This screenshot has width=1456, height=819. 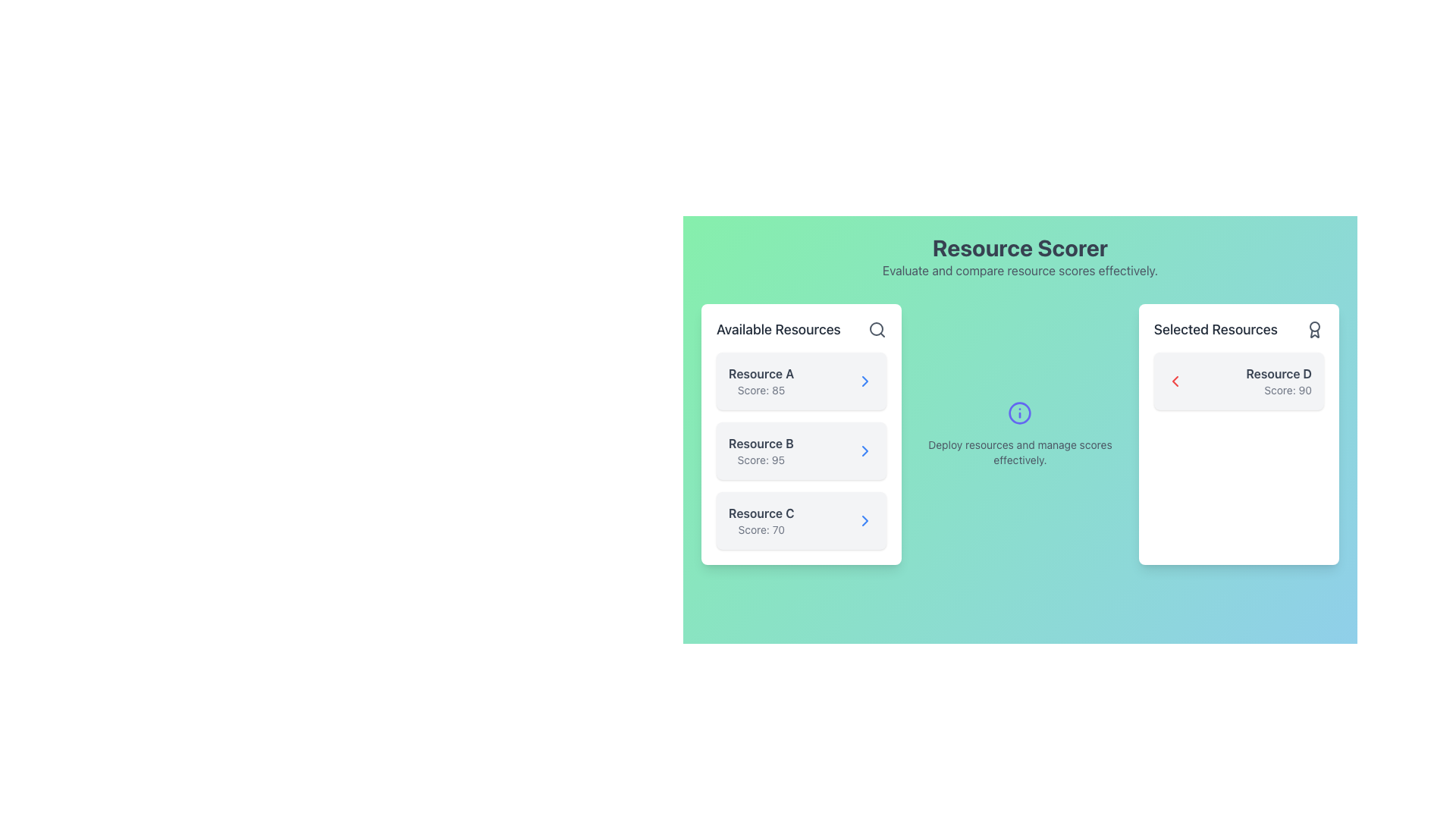 I want to click on score value displayed in the Text Label showing '70' for the resource labeled 'Resource C' in the 'Available Resources' section, so click(x=761, y=529).